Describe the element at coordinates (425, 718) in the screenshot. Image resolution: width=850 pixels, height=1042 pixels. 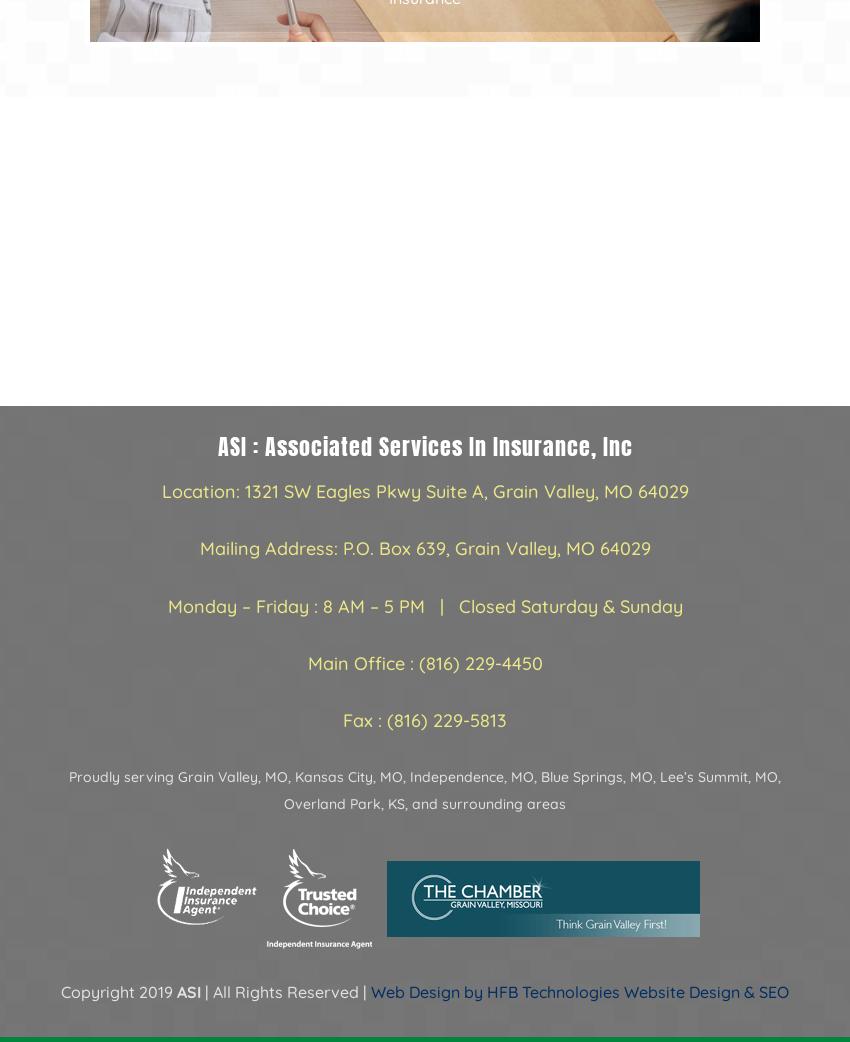
I see `'Fax : (816) 229-5813'` at that location.